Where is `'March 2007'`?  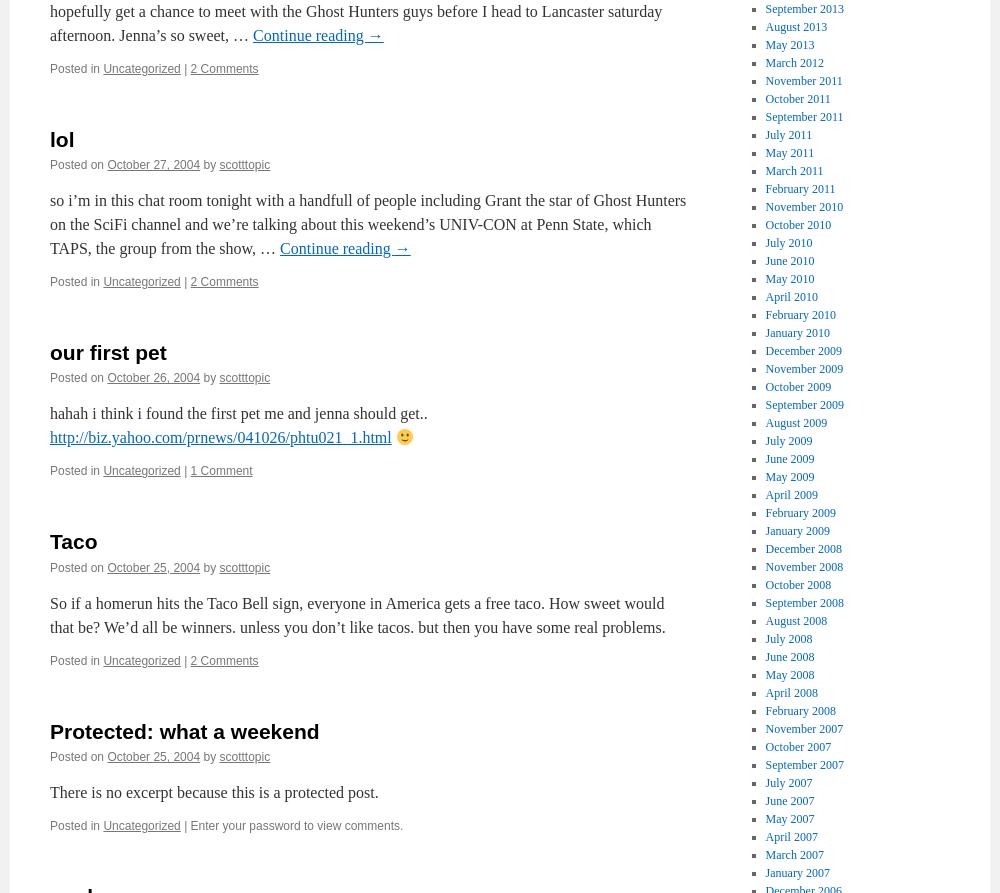
'March 2007' is located at coordinates (765, 852).